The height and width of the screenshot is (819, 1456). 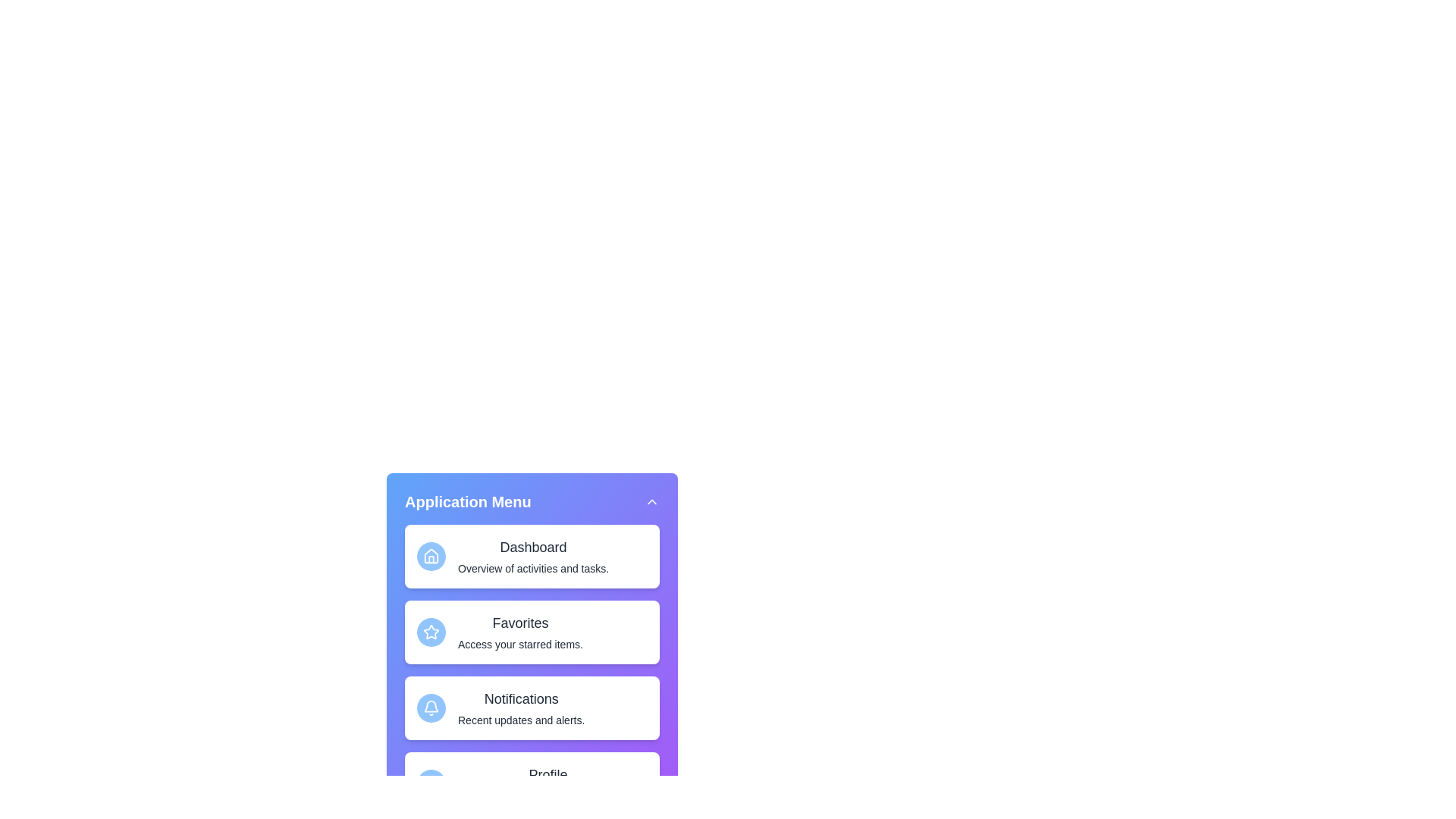 I want to click on the menu item Profile, so click(x=532, y=783).